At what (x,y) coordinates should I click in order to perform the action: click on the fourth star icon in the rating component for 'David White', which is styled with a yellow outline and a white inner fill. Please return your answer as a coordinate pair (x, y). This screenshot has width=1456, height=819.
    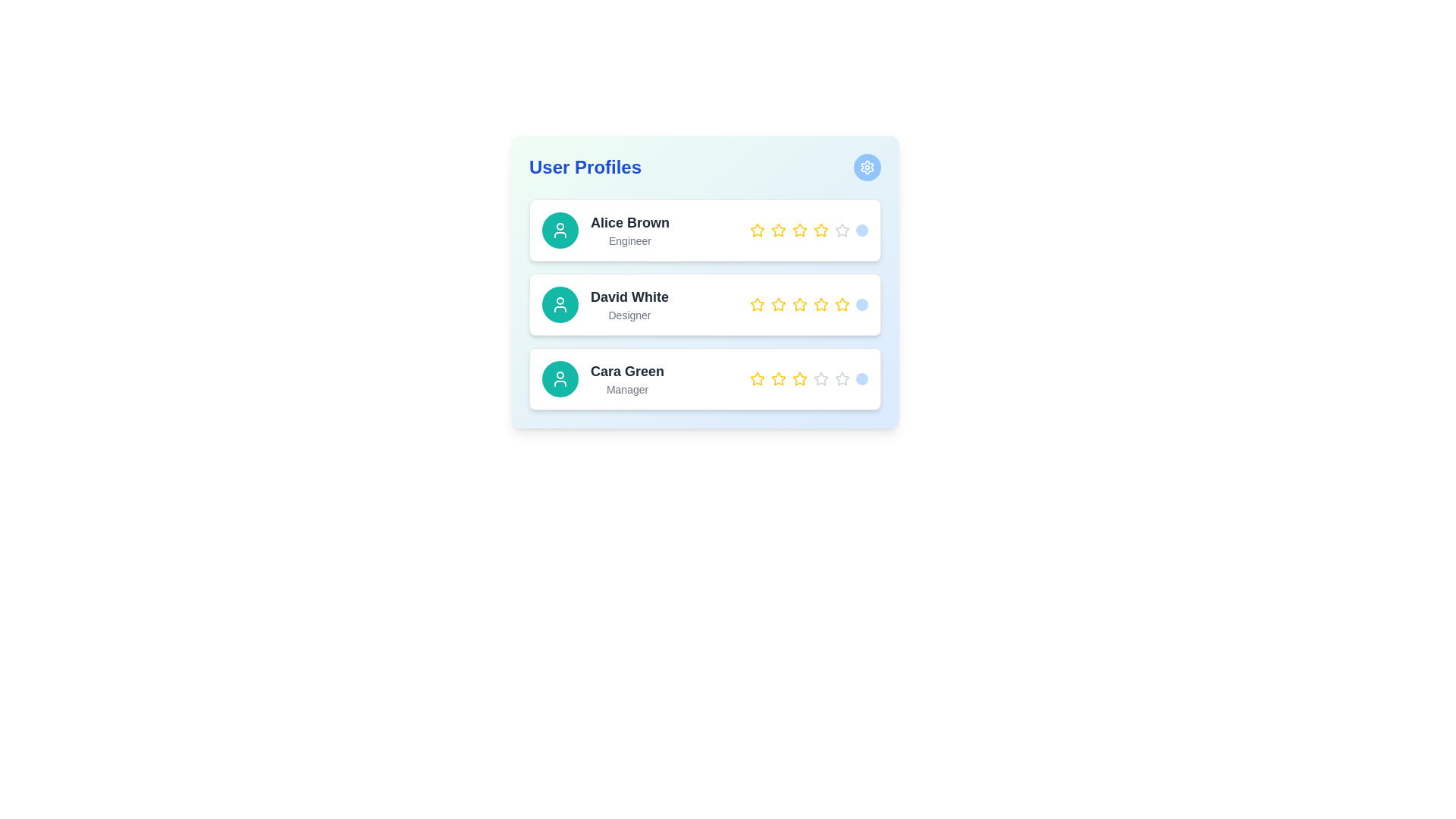
    Looking at the image, I should click on (841, 304).